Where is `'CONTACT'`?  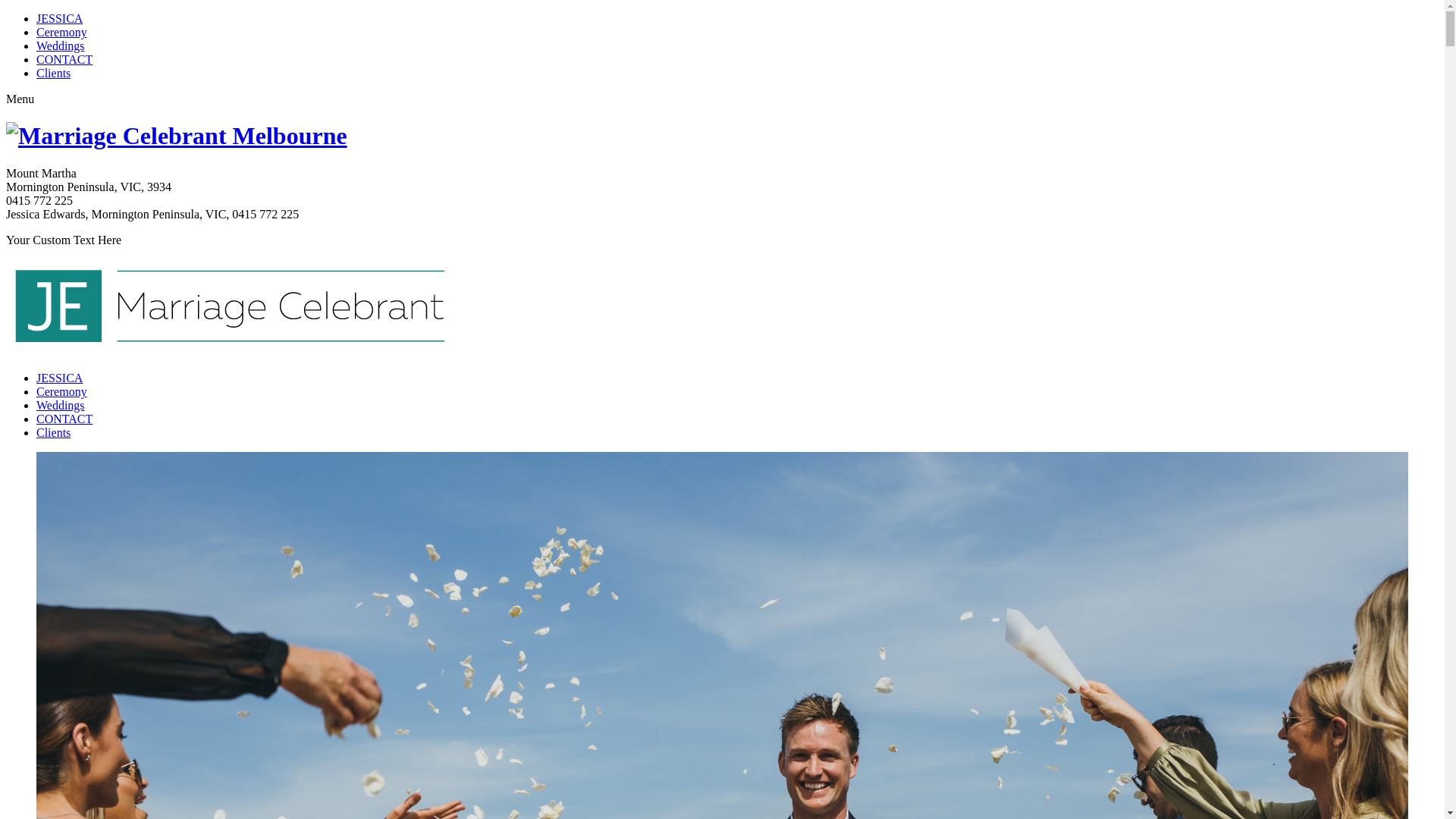
'CONTACT' is located at coordinates (64, 419).